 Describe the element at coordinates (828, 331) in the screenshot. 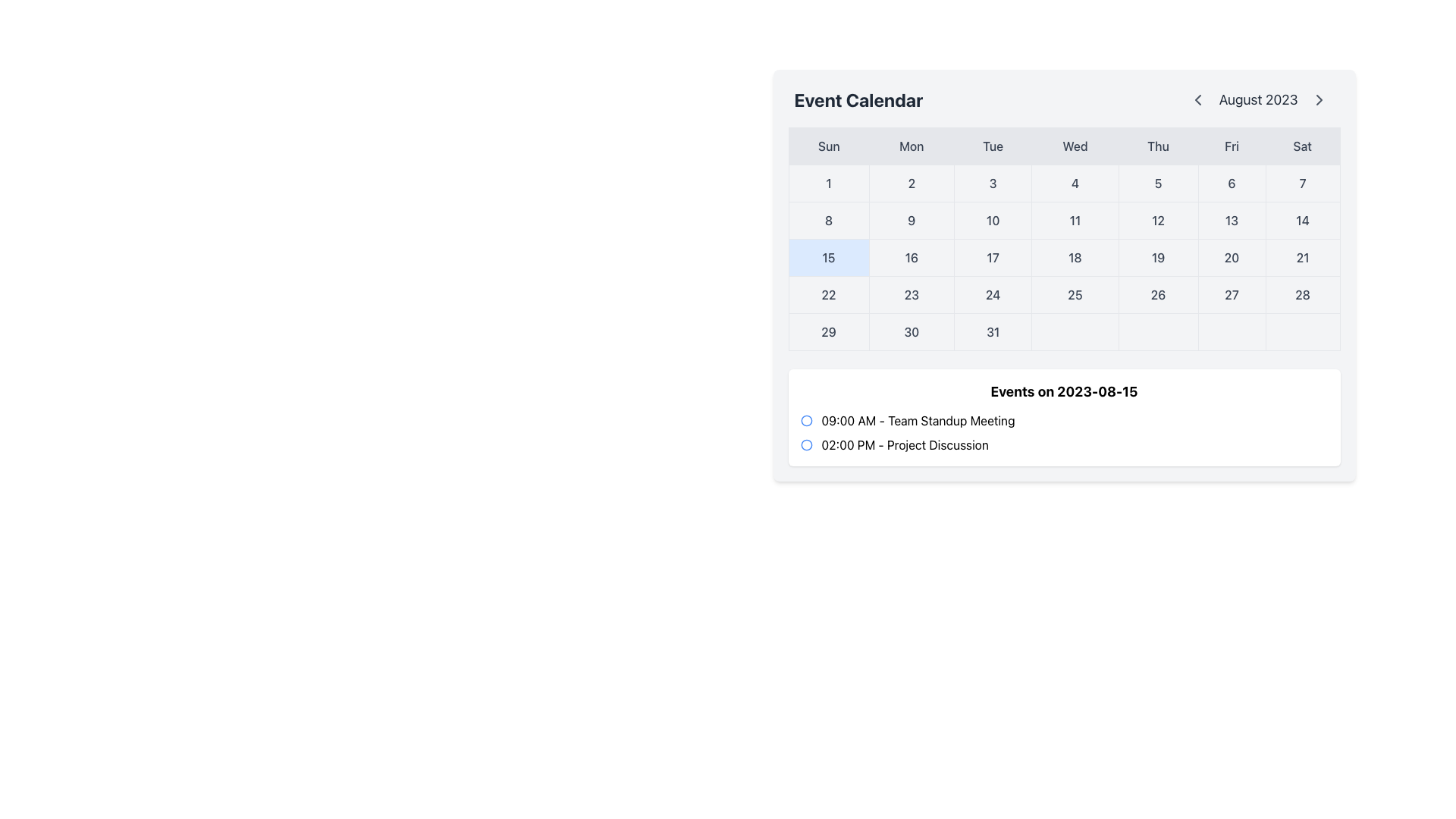

I see `the calendar date cell displaying the number '29' in bold, dark gray text with a light gray background, located in the last row of the grid layout` at that location.